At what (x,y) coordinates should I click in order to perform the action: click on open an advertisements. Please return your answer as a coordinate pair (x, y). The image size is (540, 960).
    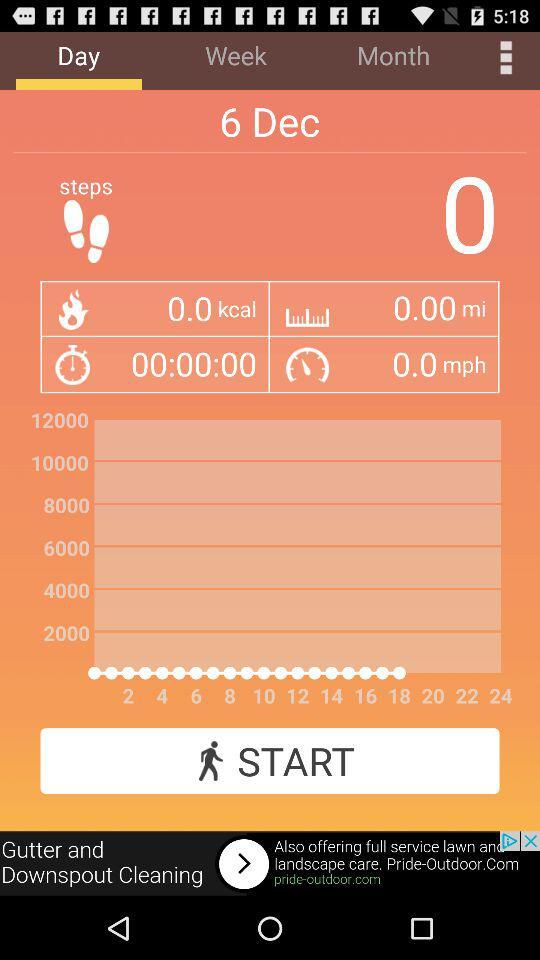
    Looking at the image, I should click on (270, 863).